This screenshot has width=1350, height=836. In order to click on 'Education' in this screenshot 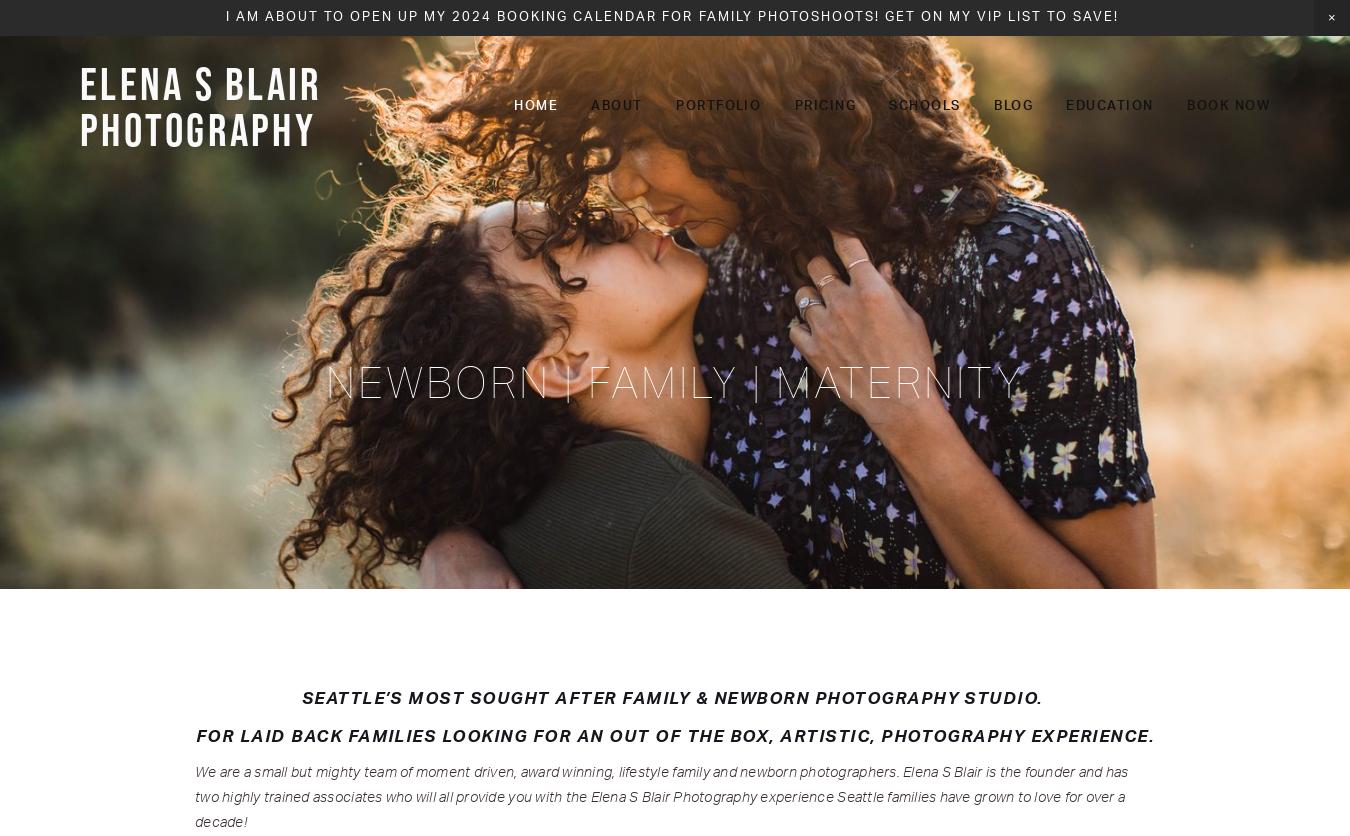, I will do `click(1109, 105)`.